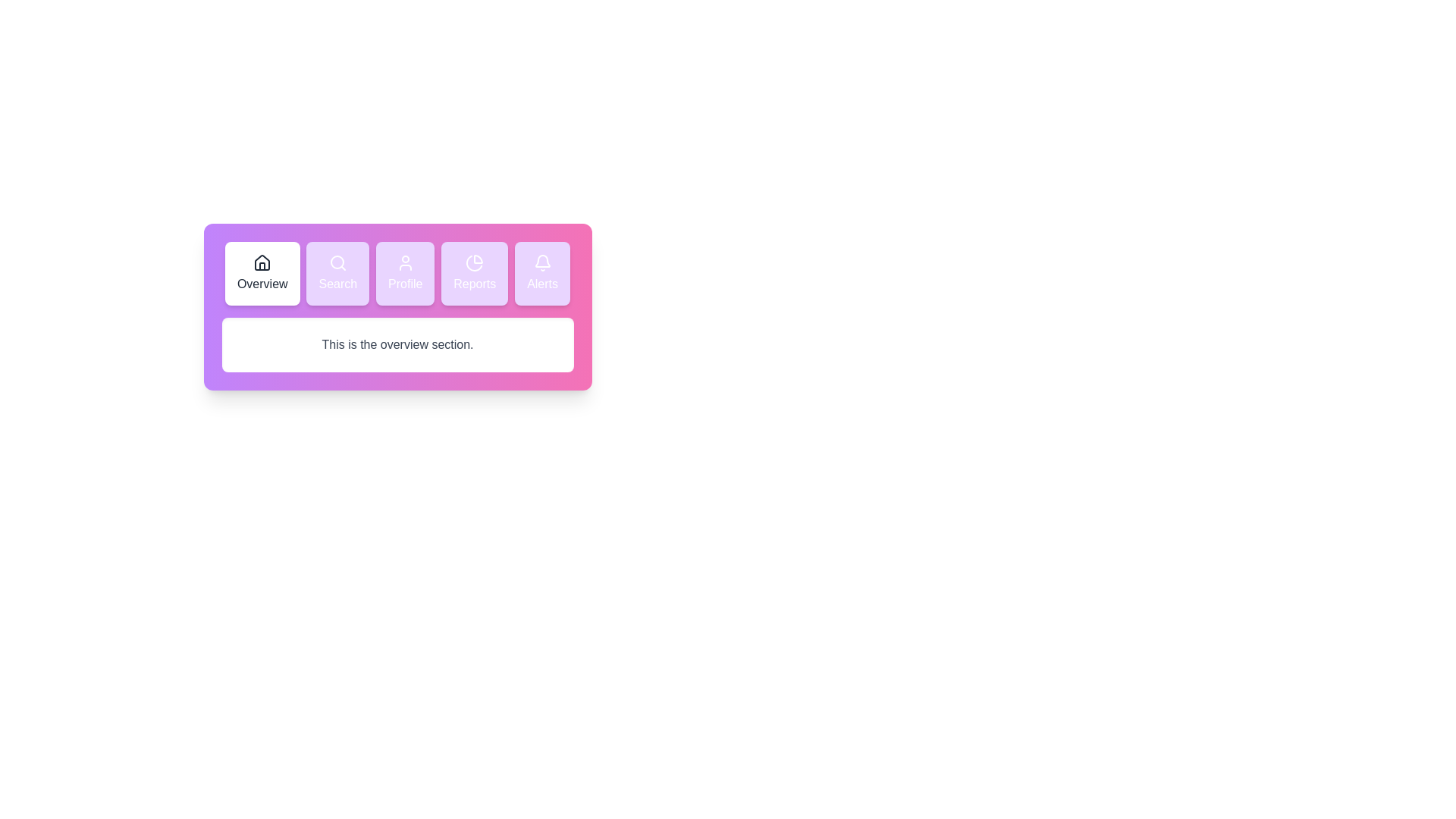 Image resolution: width=1456 pixels, height=819 pixels. I want to click on the 'Reports' button, which is the fourth button in a horizontal row of buttons including 'Overview', 'Search', 'Profile', and 'Alerts', so click(474, 274).